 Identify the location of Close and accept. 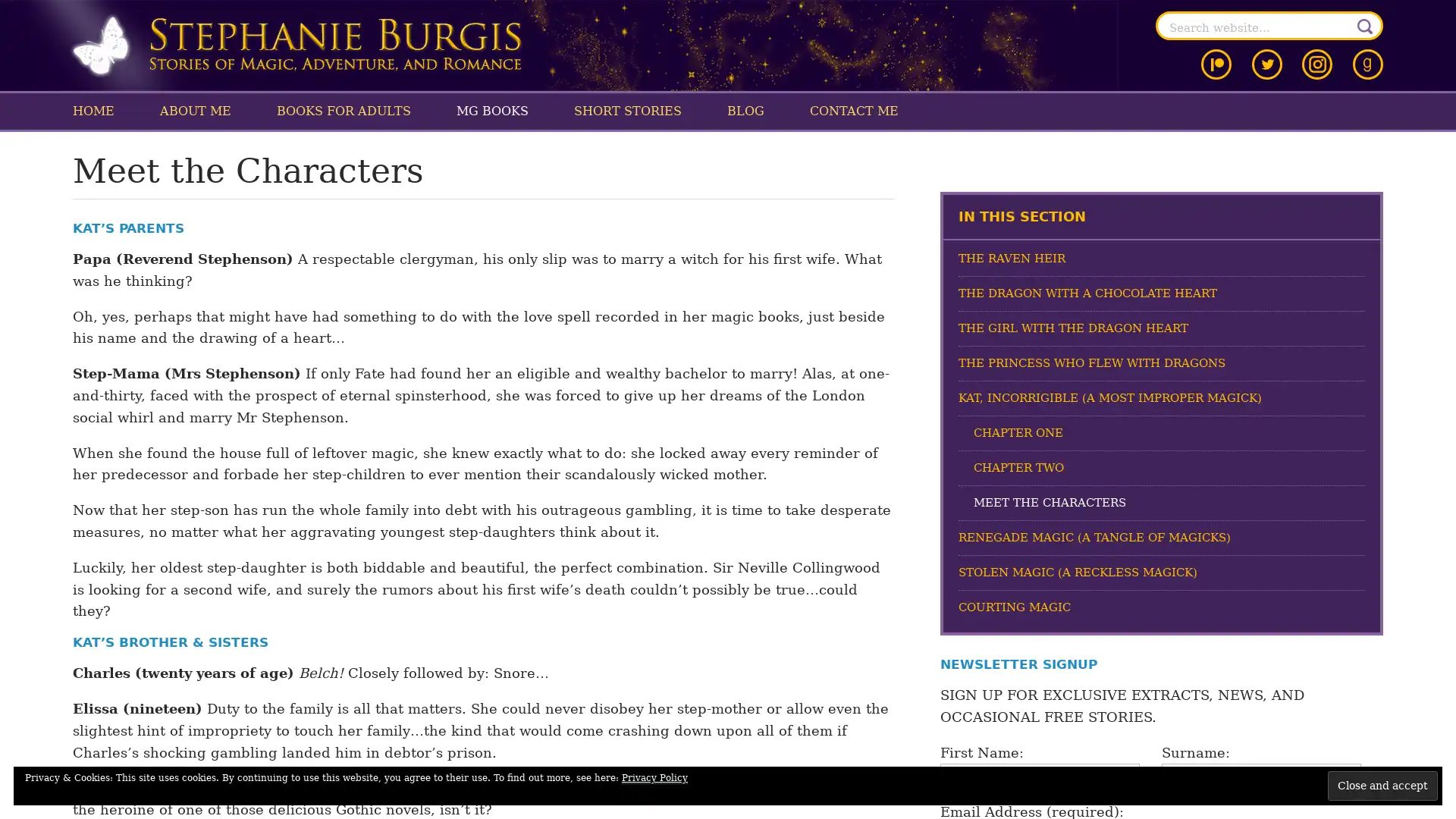
(1382, 785).